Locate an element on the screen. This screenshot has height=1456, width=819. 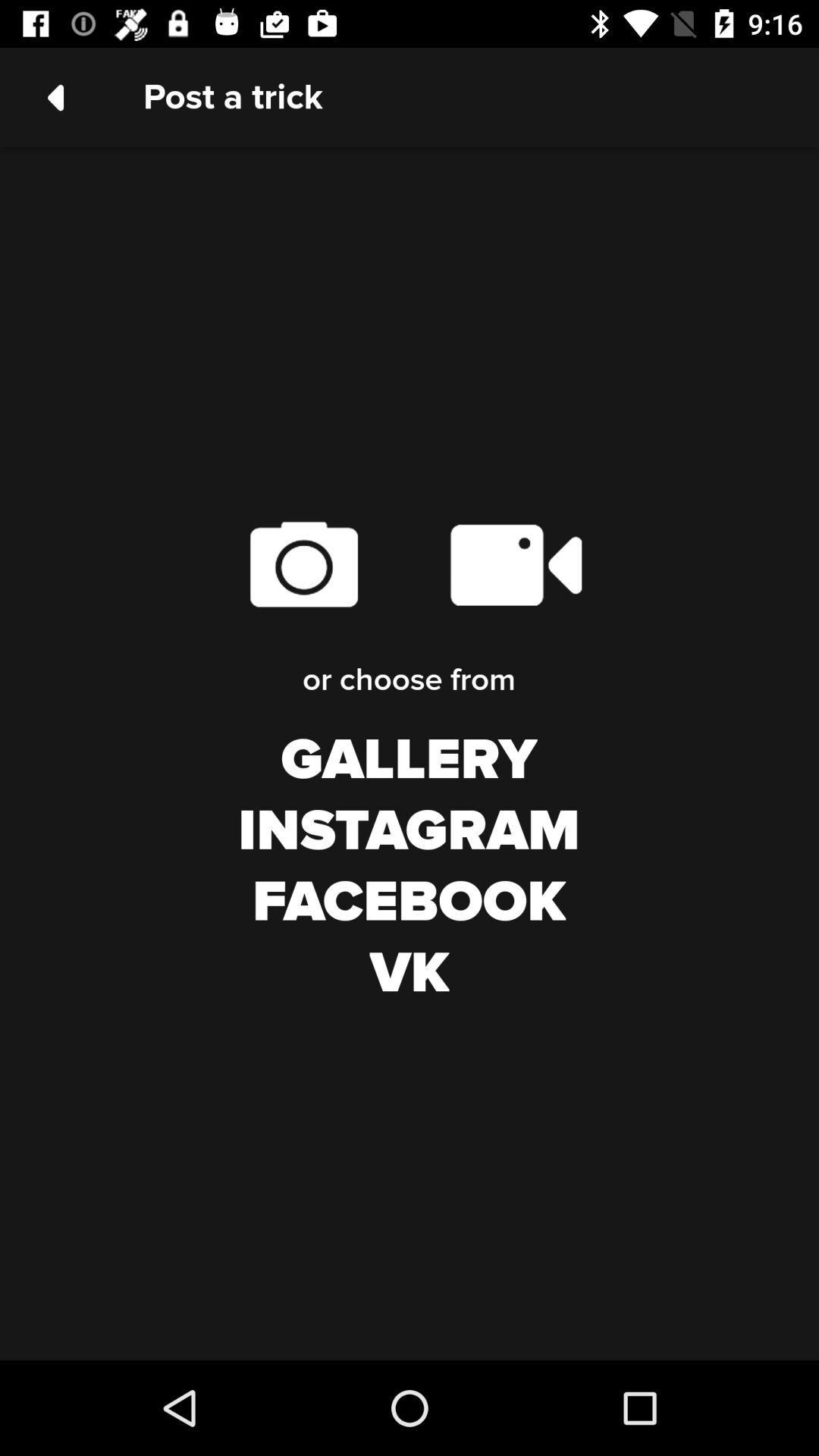
video is located at coordinates (514, 563).